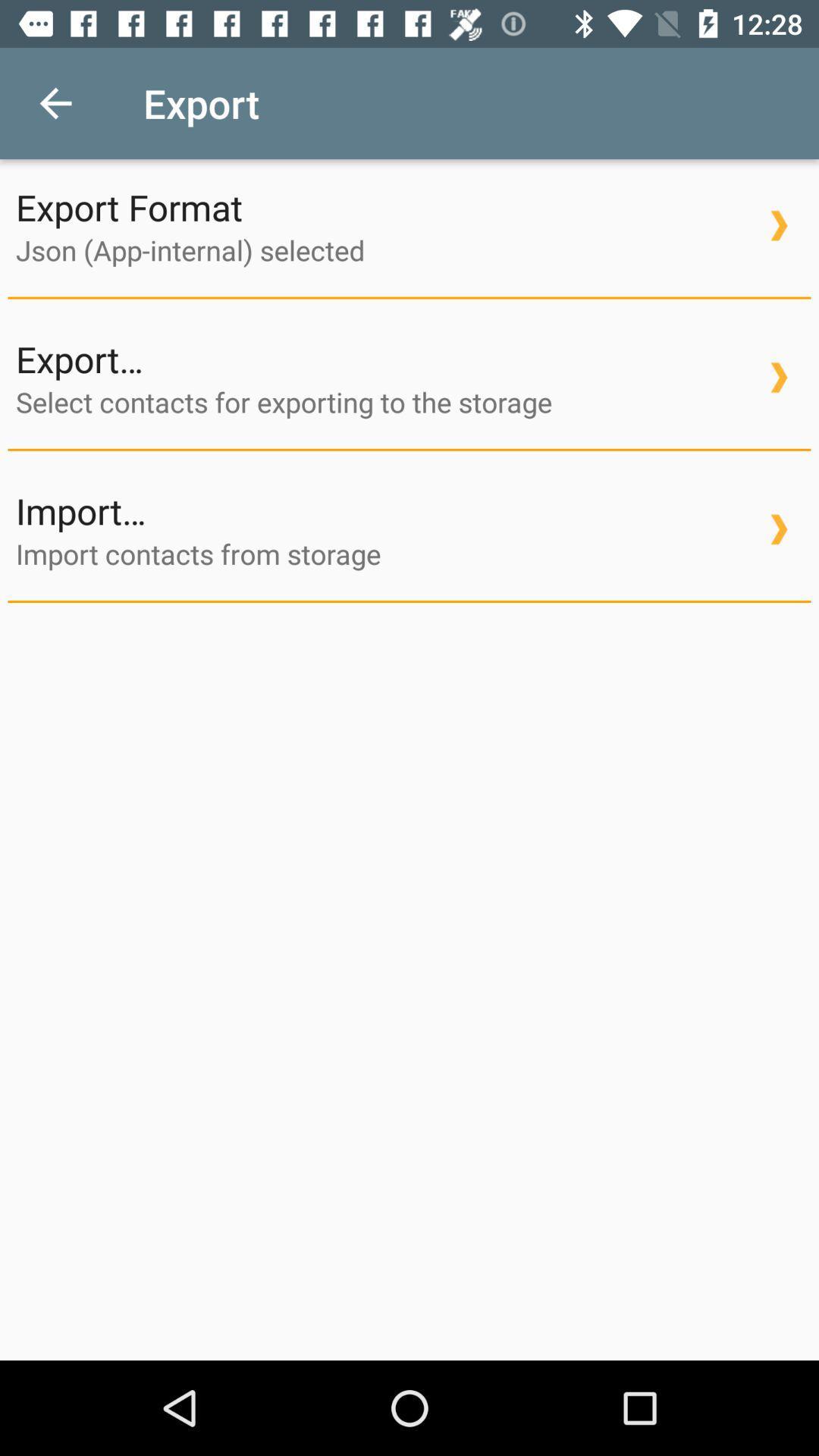 The width and height of the screenshot is (819, 1456). What do you see at coordinates (55, 102) in the screenshot?
I see `icon next to export item` at bounding box center [55, 102].